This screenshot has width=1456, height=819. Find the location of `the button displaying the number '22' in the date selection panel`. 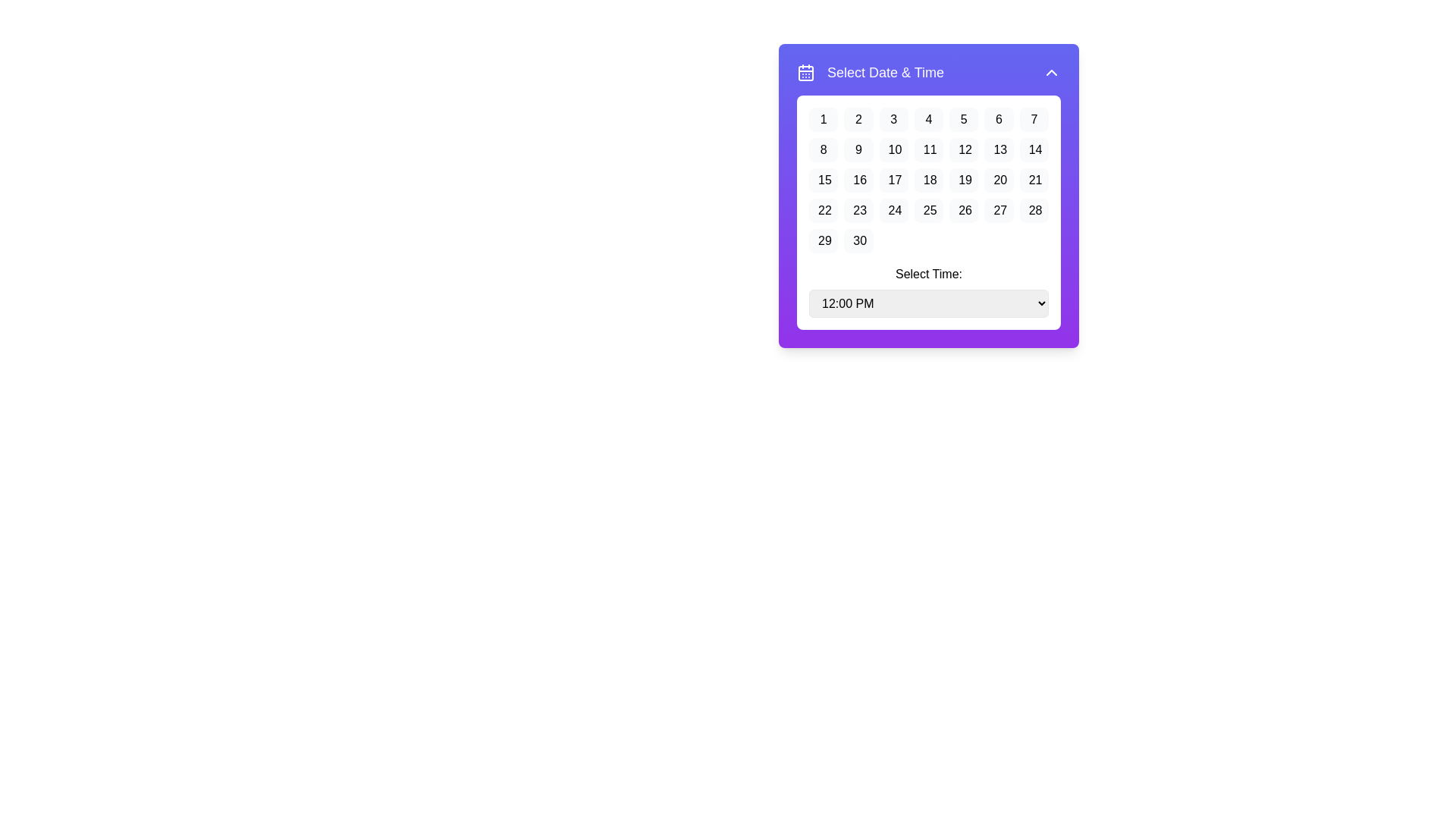

the button displaying the number '22' in the date selection panel is located at coordinates (823, 210).